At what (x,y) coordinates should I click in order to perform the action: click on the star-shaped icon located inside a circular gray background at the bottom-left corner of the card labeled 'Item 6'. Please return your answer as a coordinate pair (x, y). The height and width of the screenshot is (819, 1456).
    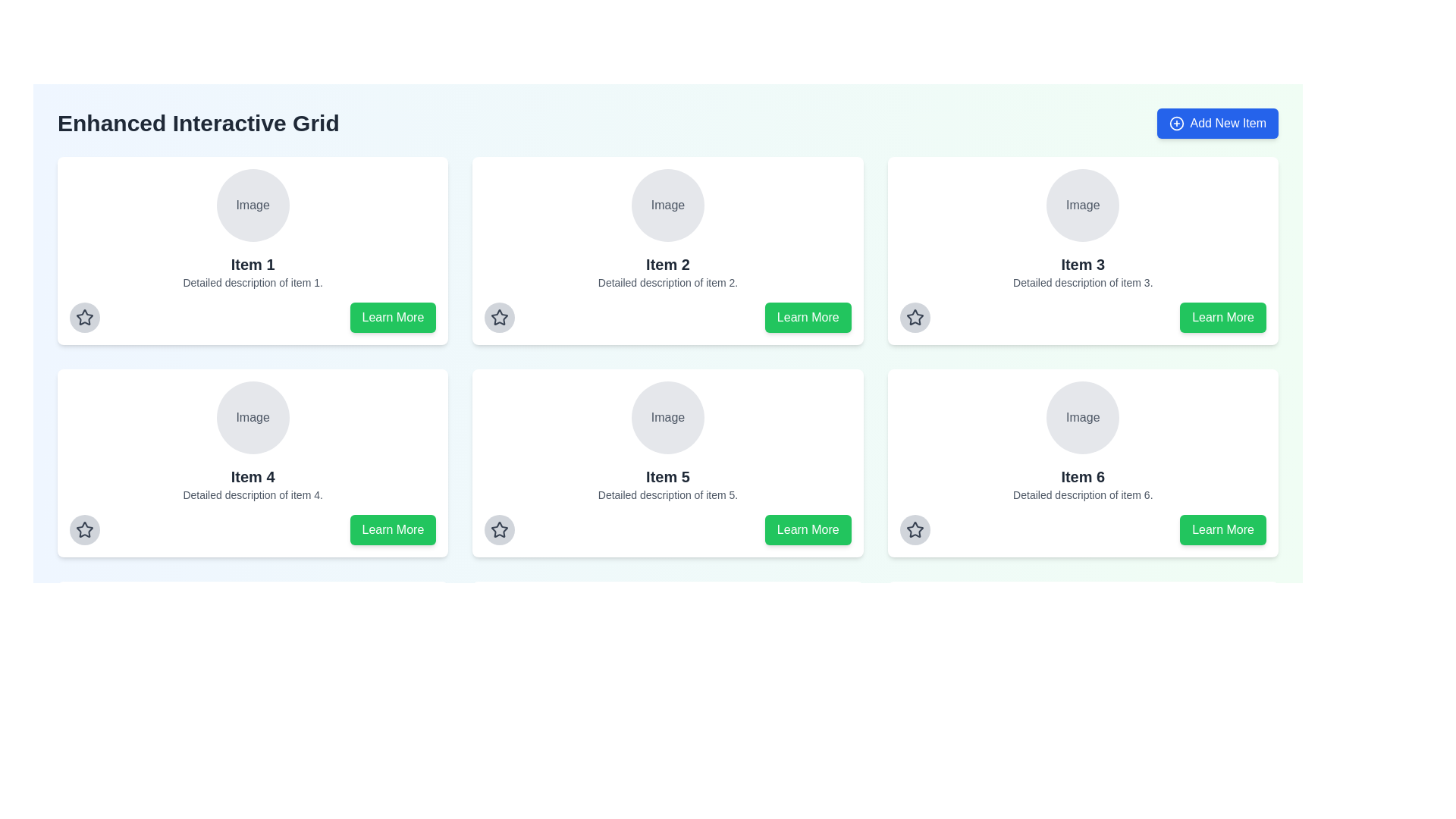
    Looking at the image, I should click on (914, 529).